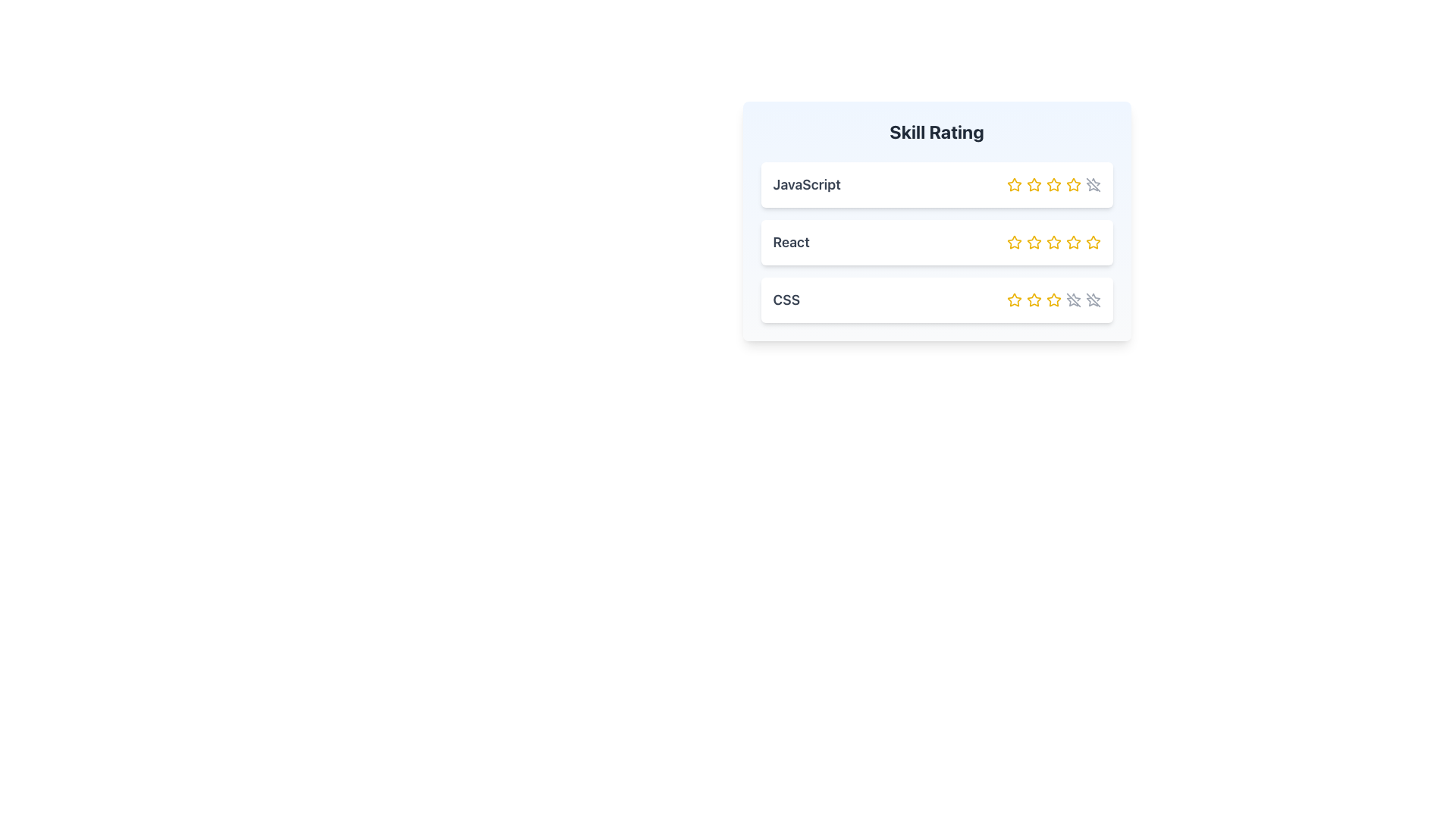 The width and height of the screenshot is (1456, 819). What do you see at coordinates (1053, 184) in the screenshot?
I see `the third star icon in the rating control for 'JavaScript'` at bounding box center [1053, 184].